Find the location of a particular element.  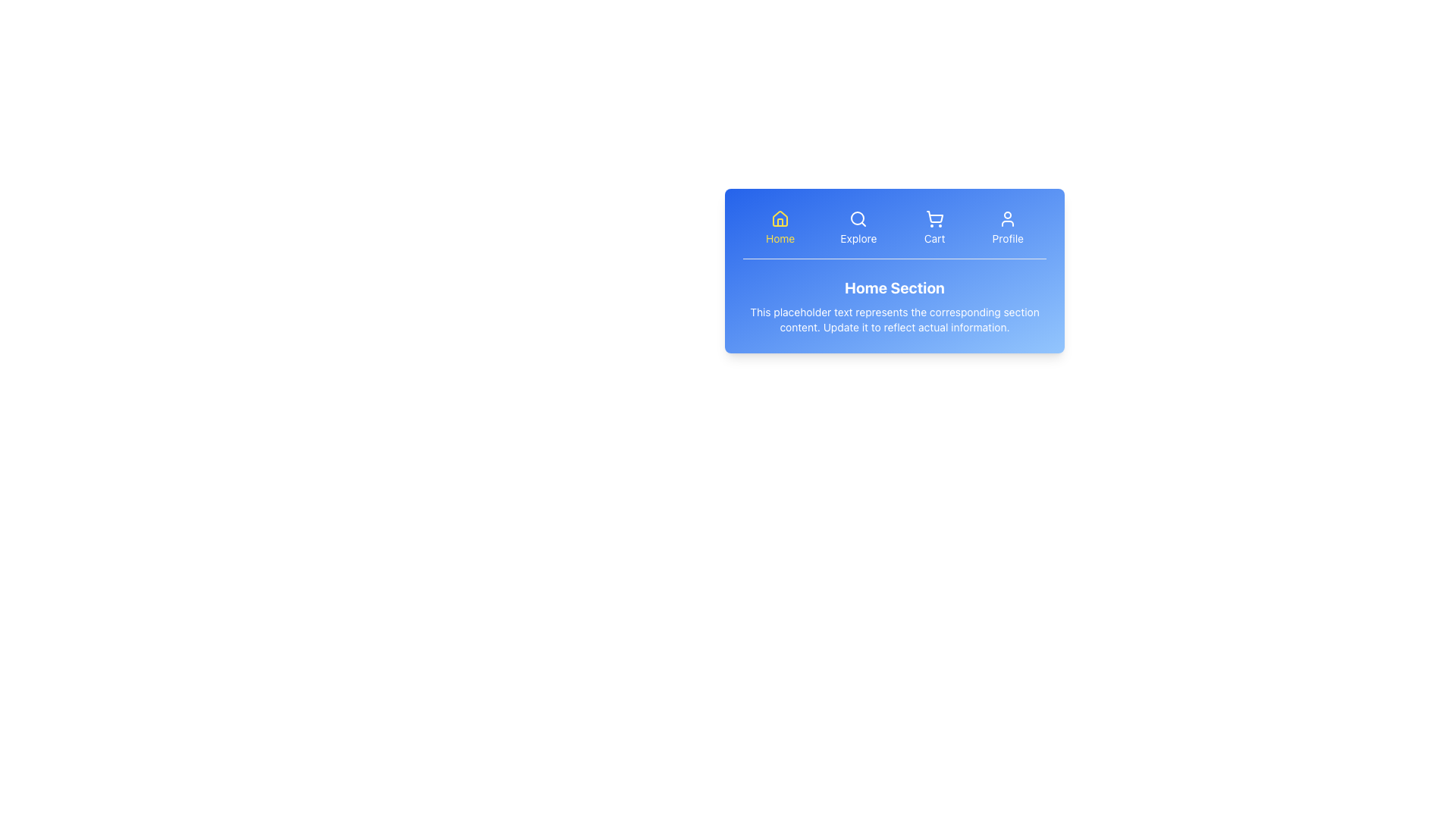

the circular icon with a magnifying glass symbol in the 'Explore' section of the navigation menu is located at coordinates (858, 219).